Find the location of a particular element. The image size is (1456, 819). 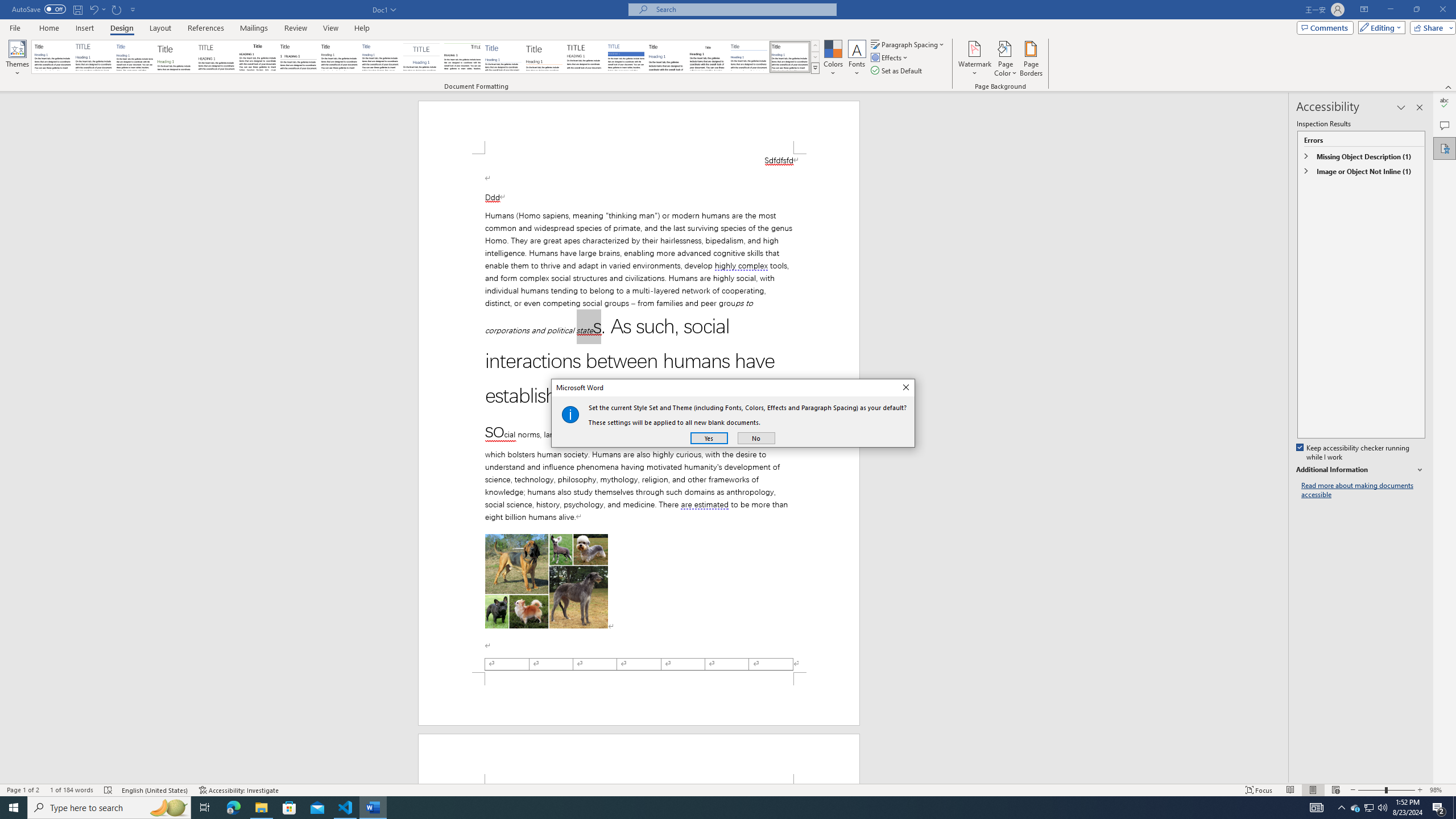

'AutomationID: QuickStylesSets' is located at coordinates (425, 56).